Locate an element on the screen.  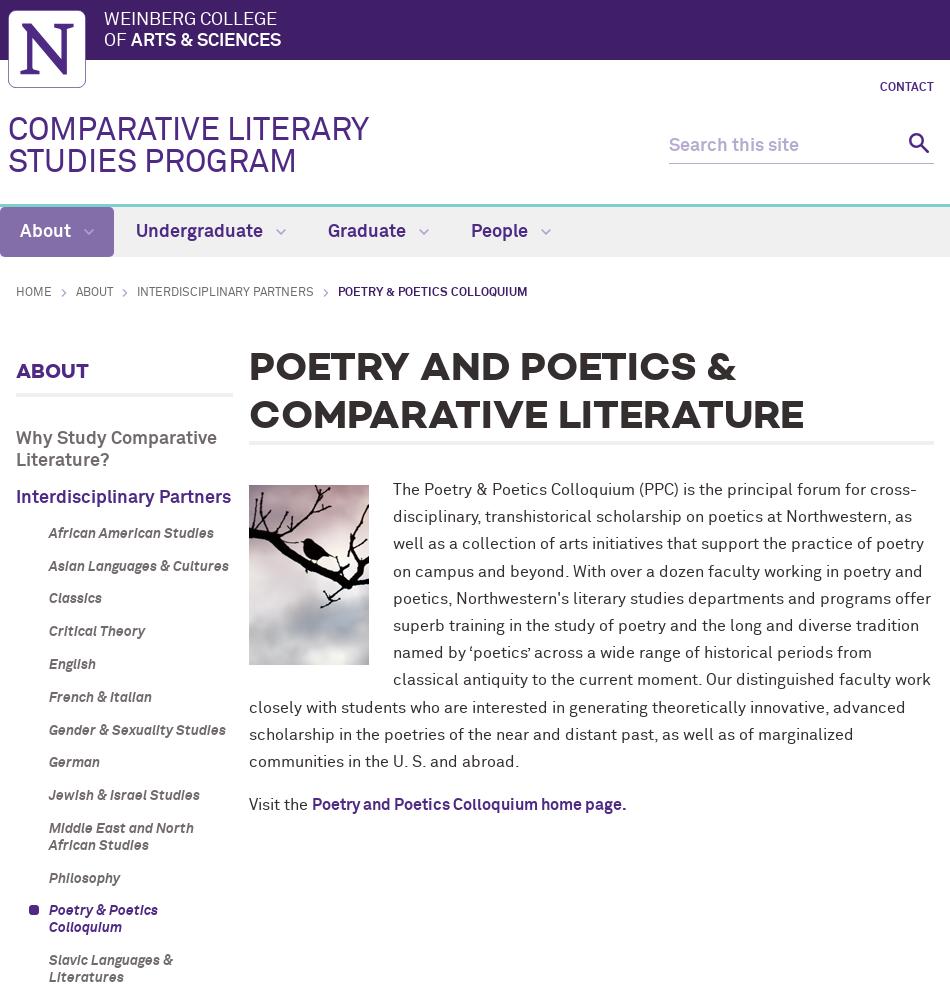
'The Poetry & Poetics Colloquium (PPC) is the principal forum for cross-disciplinary, transhistorical scholarship on poetics at Northwestern, as well as a collection of arts initiatives that support the practice of poetry on campus and beyond. With over a dozen faculty working in poetry and poetics, Northwestern's literary studies departments and programs offer superb training in the study of poetry and the long and diverse tradition named by ‘poetics’ across a wide range of historical periods from classical antiquity to the current moment. Our distinguished faculty work closely with students who are interested in generating theoretically innovative, advanced scholarship in the poetries of the near and distant past, as well as of marginalized communities in the U. S. and abroad.' is located at coordinates (247, 625).